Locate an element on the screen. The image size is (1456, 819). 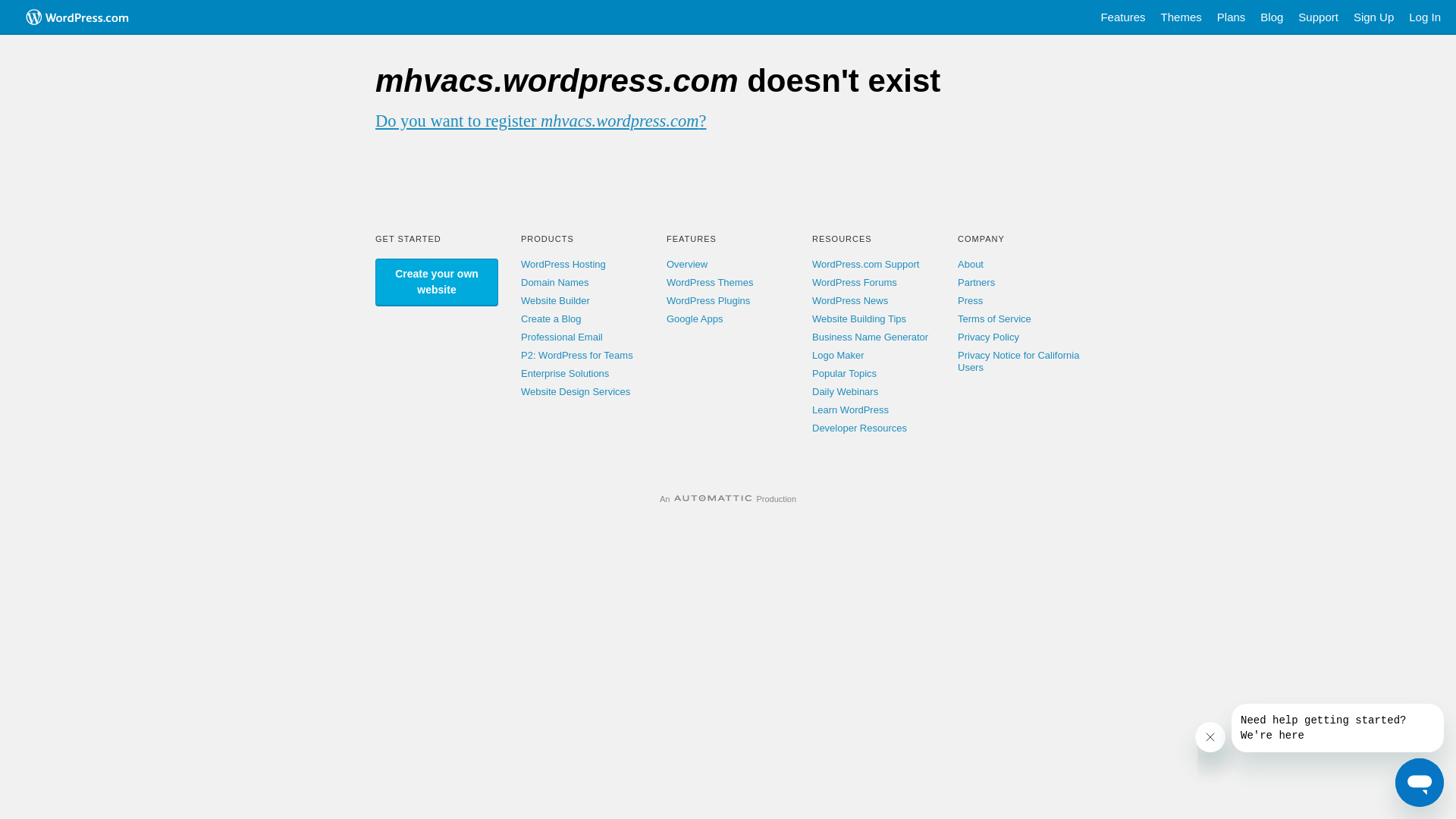
'Close message' is located at coordinates (1210, 736).